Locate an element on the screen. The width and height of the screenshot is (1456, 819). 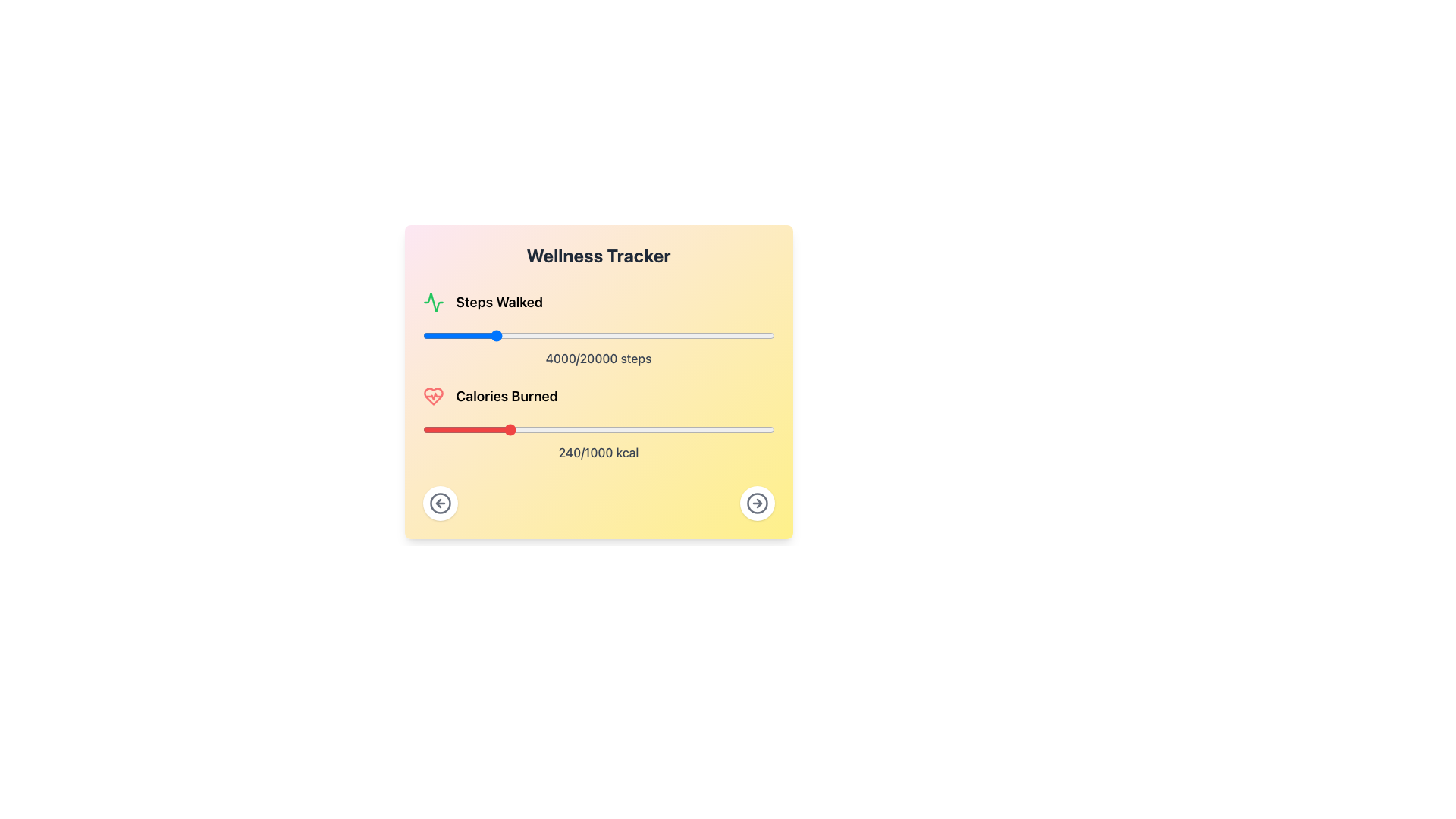
the circular button with a white background and a right-pointing arrow icon located at the bottom-right corner of the Wellness Tracker interface is located at coordinates (757, 503).